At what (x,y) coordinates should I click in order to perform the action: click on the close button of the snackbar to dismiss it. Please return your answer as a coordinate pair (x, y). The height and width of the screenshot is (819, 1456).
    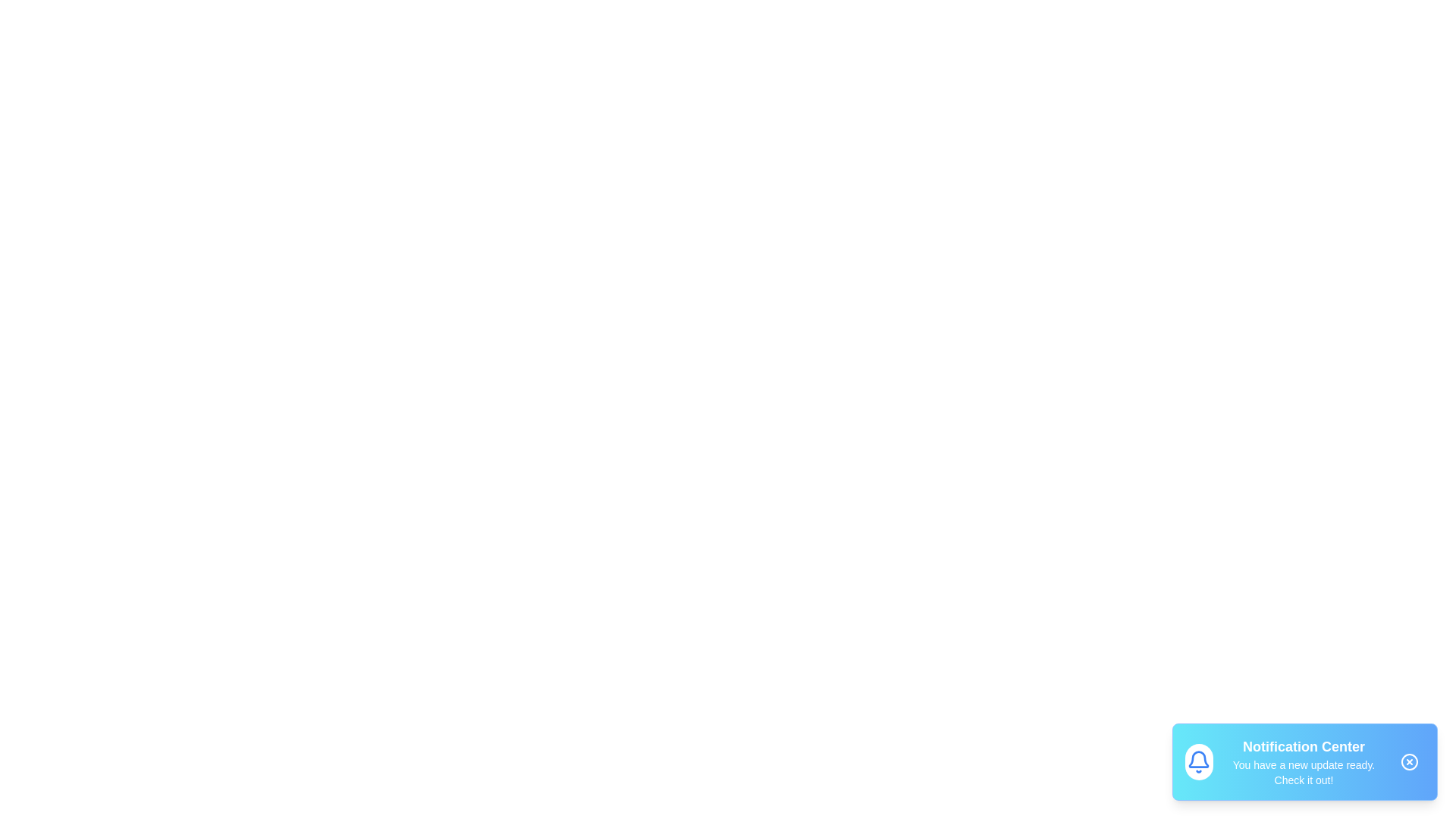
    Looking at the image, I should click on (1408, 762).